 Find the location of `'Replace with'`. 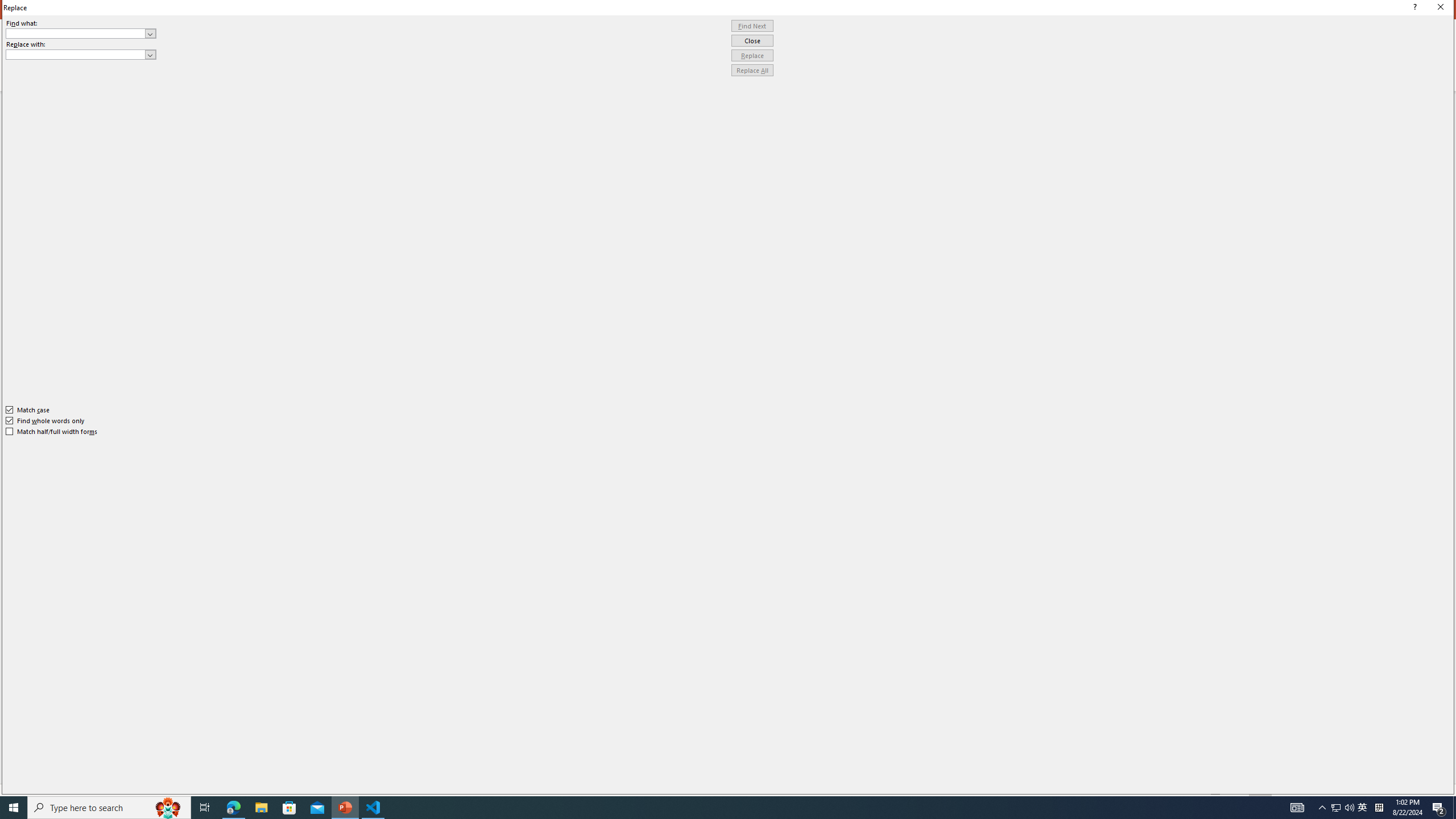

'Replace with' is located at coordinates (81, 54).